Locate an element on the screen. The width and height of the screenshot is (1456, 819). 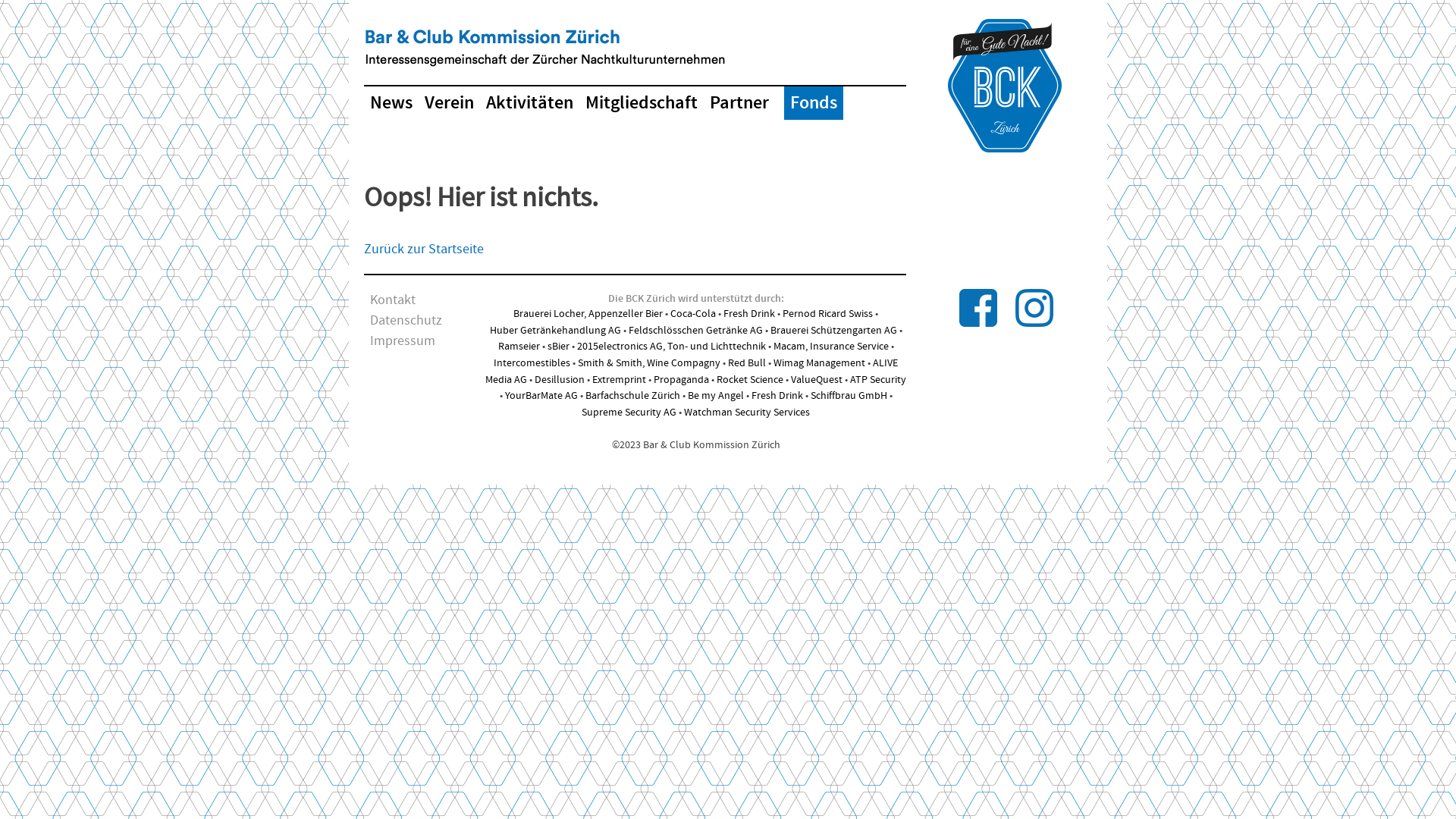
'Fresh Drink' is located at coordinates (776, 394).